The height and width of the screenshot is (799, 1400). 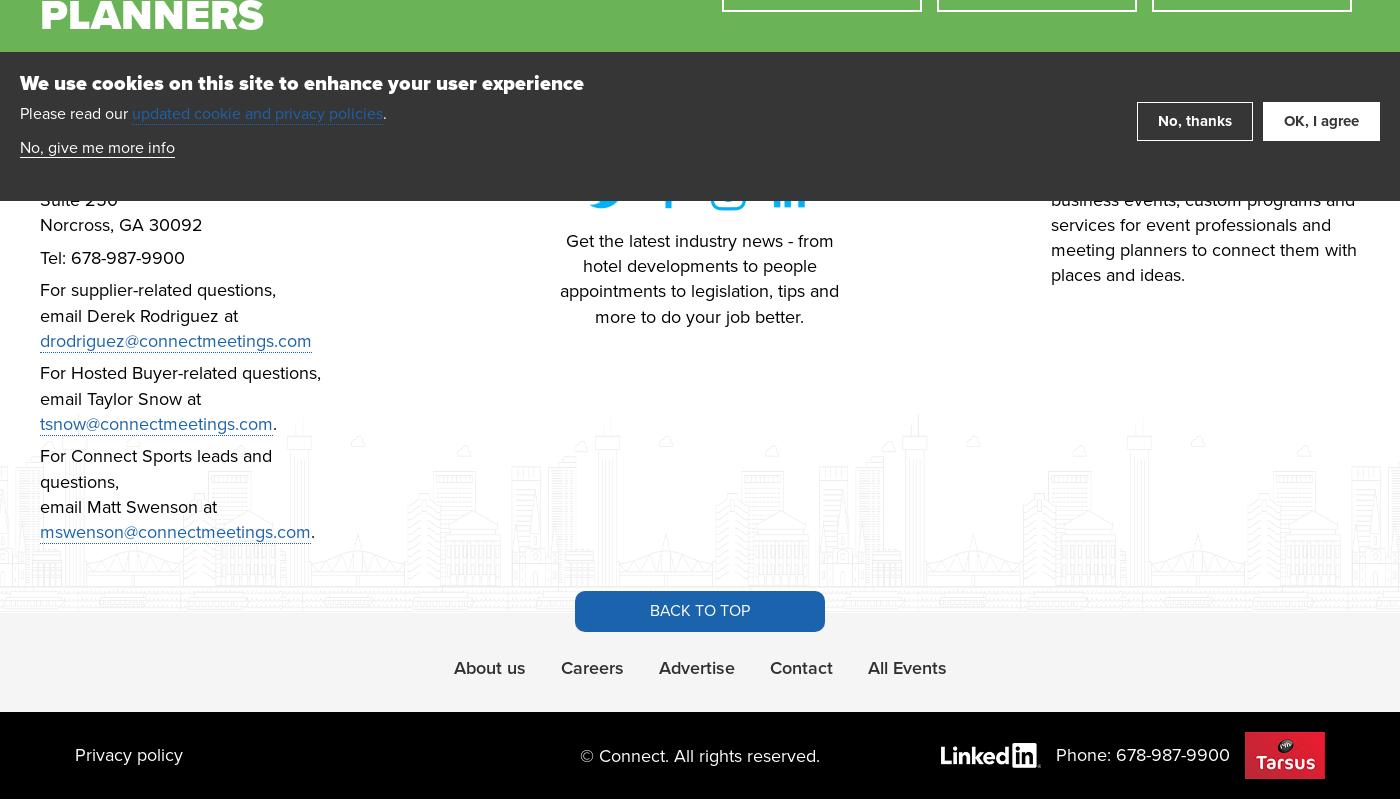 I want to click on 'Contact', so click(x=769, y=666).